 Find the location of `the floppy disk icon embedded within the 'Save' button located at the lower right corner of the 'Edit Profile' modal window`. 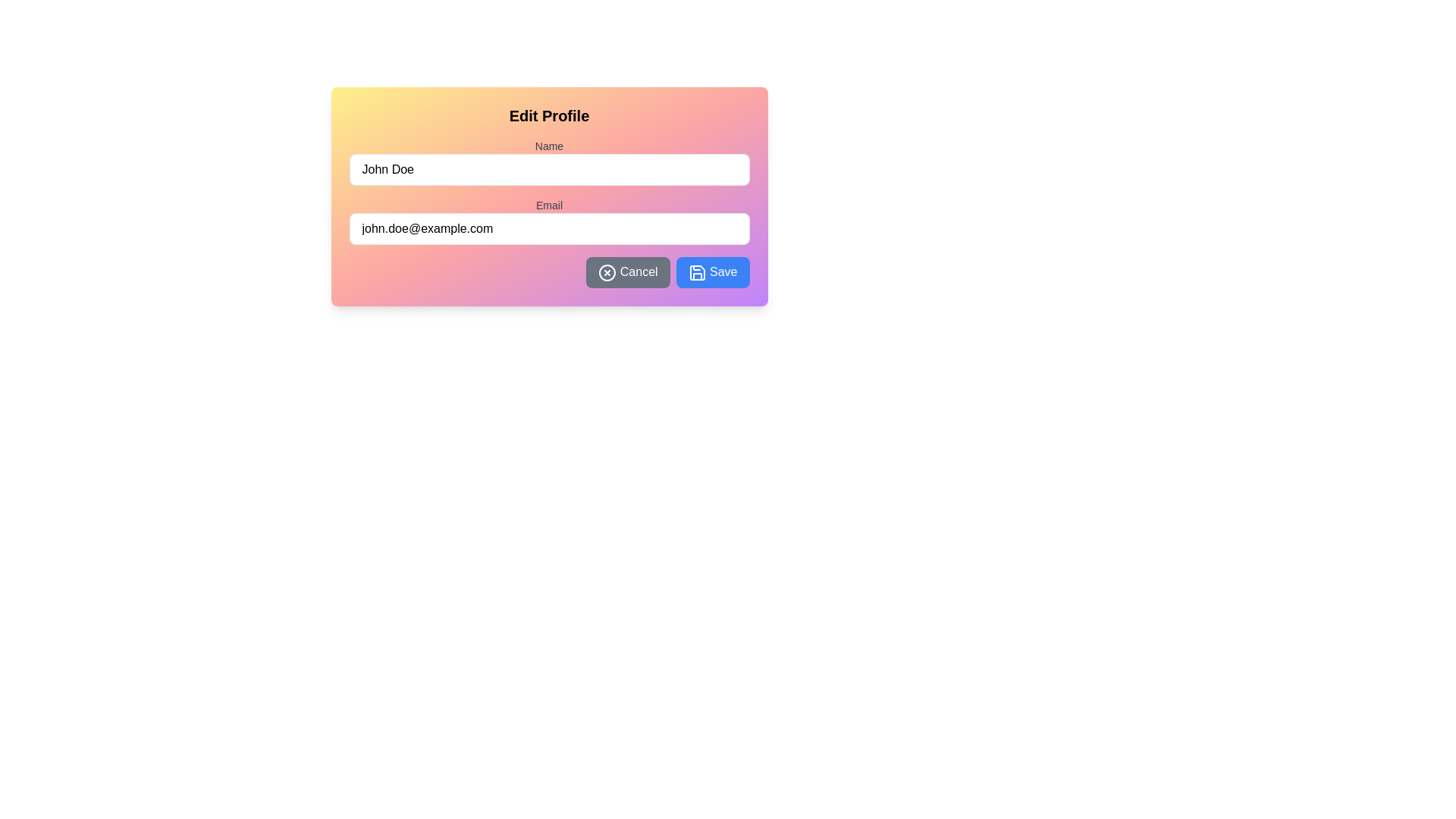

the floppy disk icon embedded within the 'Save' button located at the lower right corner of the 'Edit Profile' modal window is located at coordinates (696, 271).